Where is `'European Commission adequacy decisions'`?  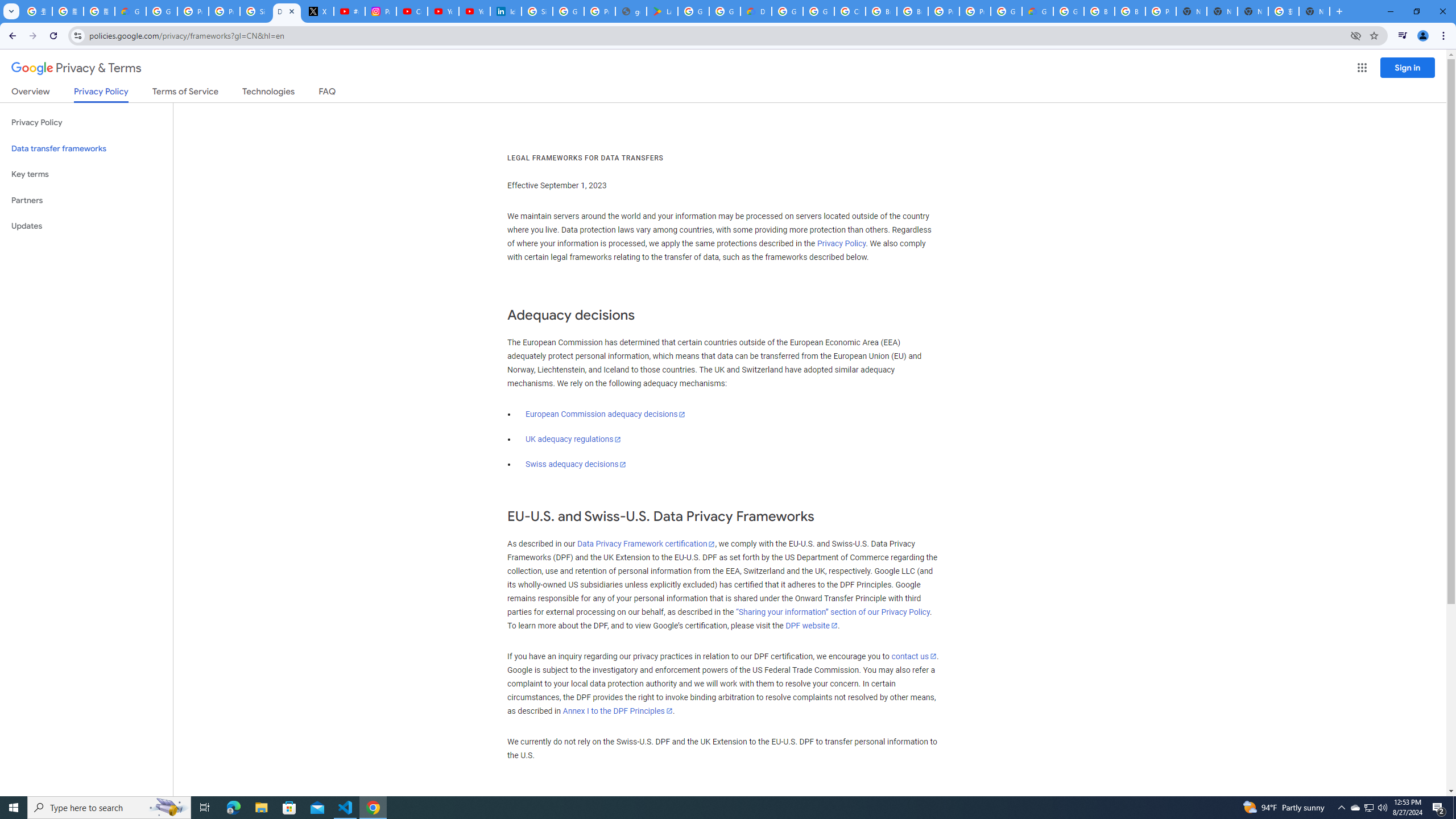 'European Commission adequacy decisions' is located at coordinates (605, 413).